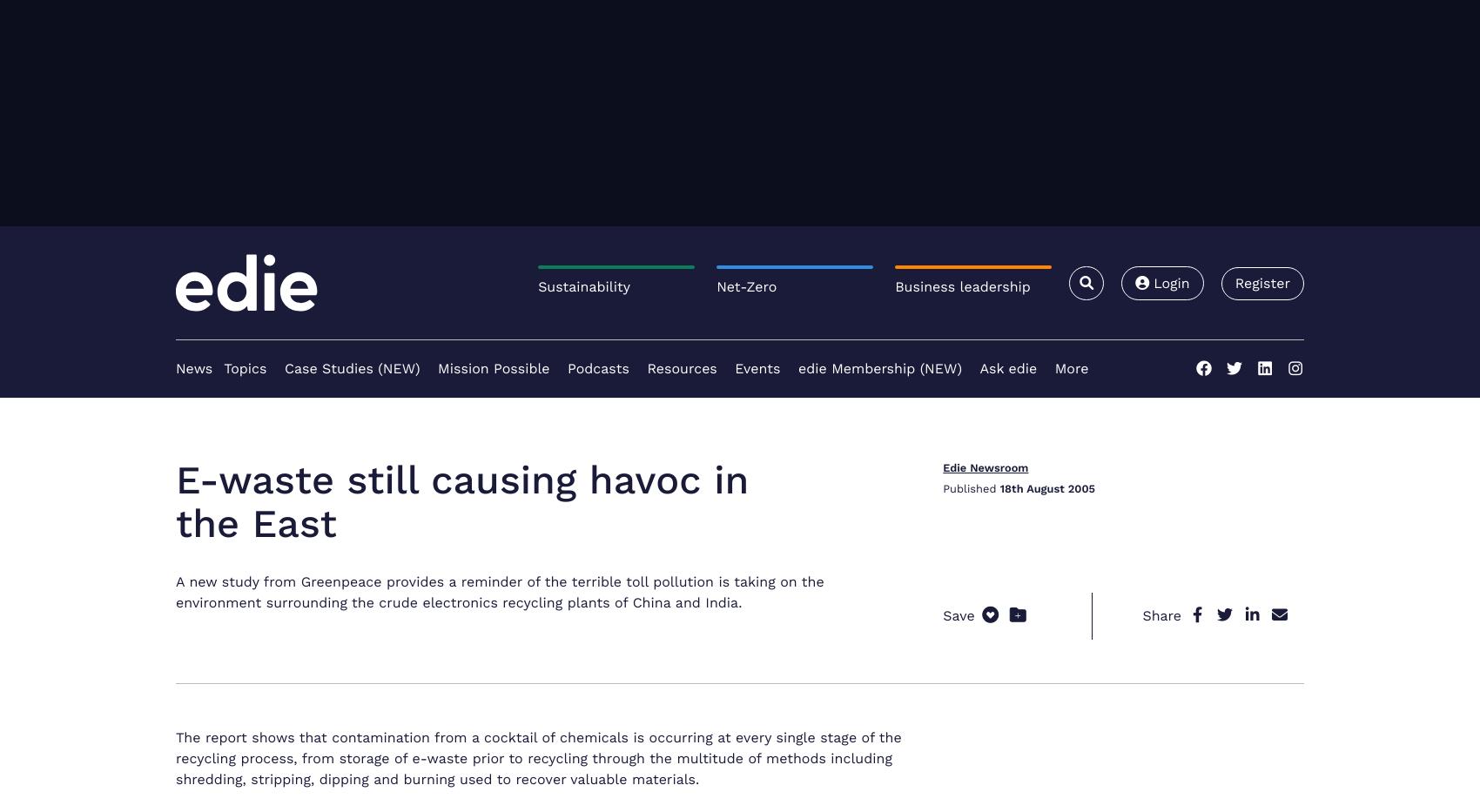  What do you see at coordinates (1080, 365) in the screenshot?
I see `'JRP launches its ESG Jargon Buster'` at bounding box center [1080, 365].